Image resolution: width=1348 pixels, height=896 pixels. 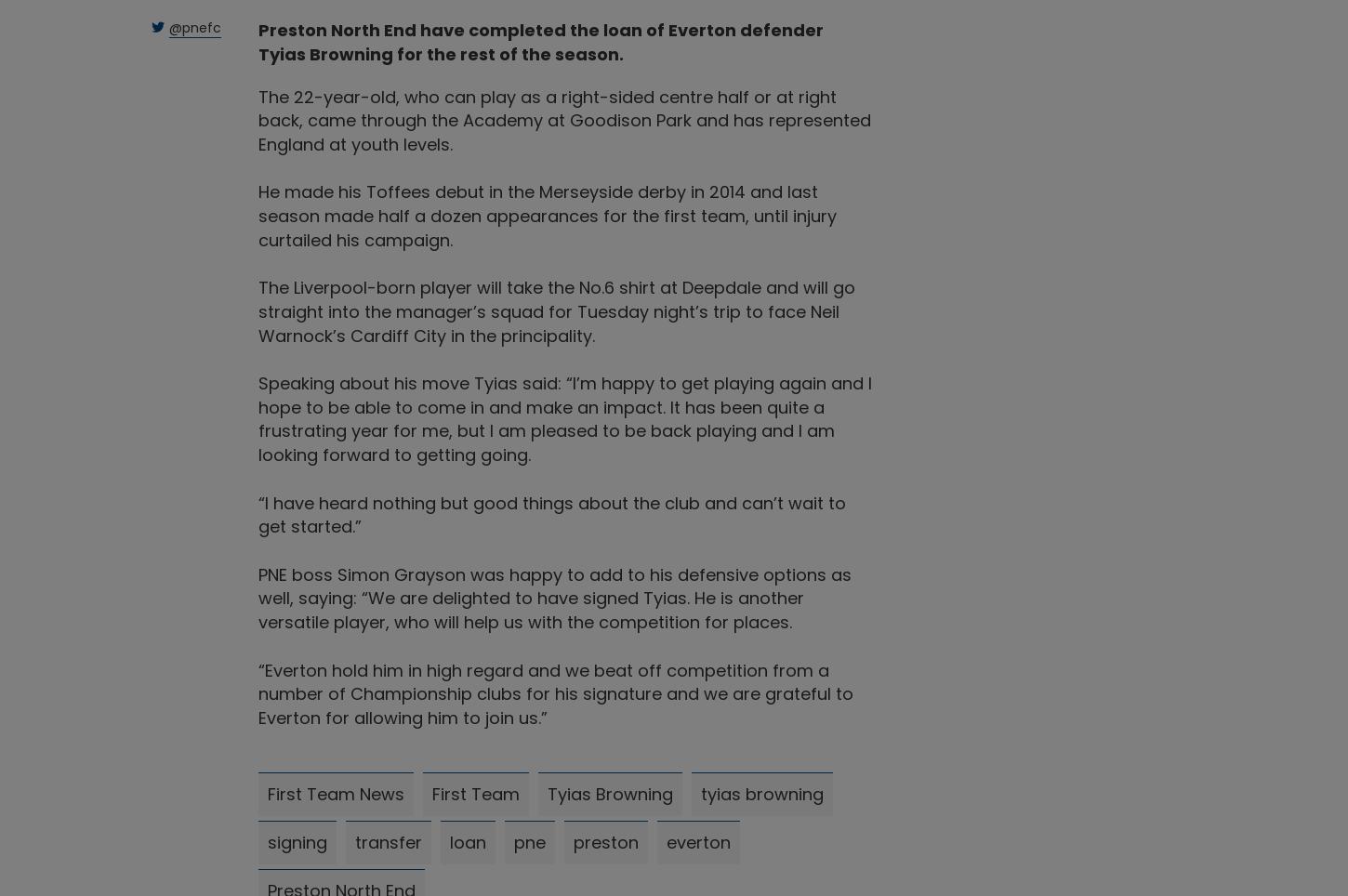 What do you see at coordinates (547, 216) in the screenshot?
I see `'He made his Toffees debut in the Merseyside derby in 2014 and last season made half a dozen appearances for the first team, until injury curtailed his campaign.'` at bounding box center [547, 216].